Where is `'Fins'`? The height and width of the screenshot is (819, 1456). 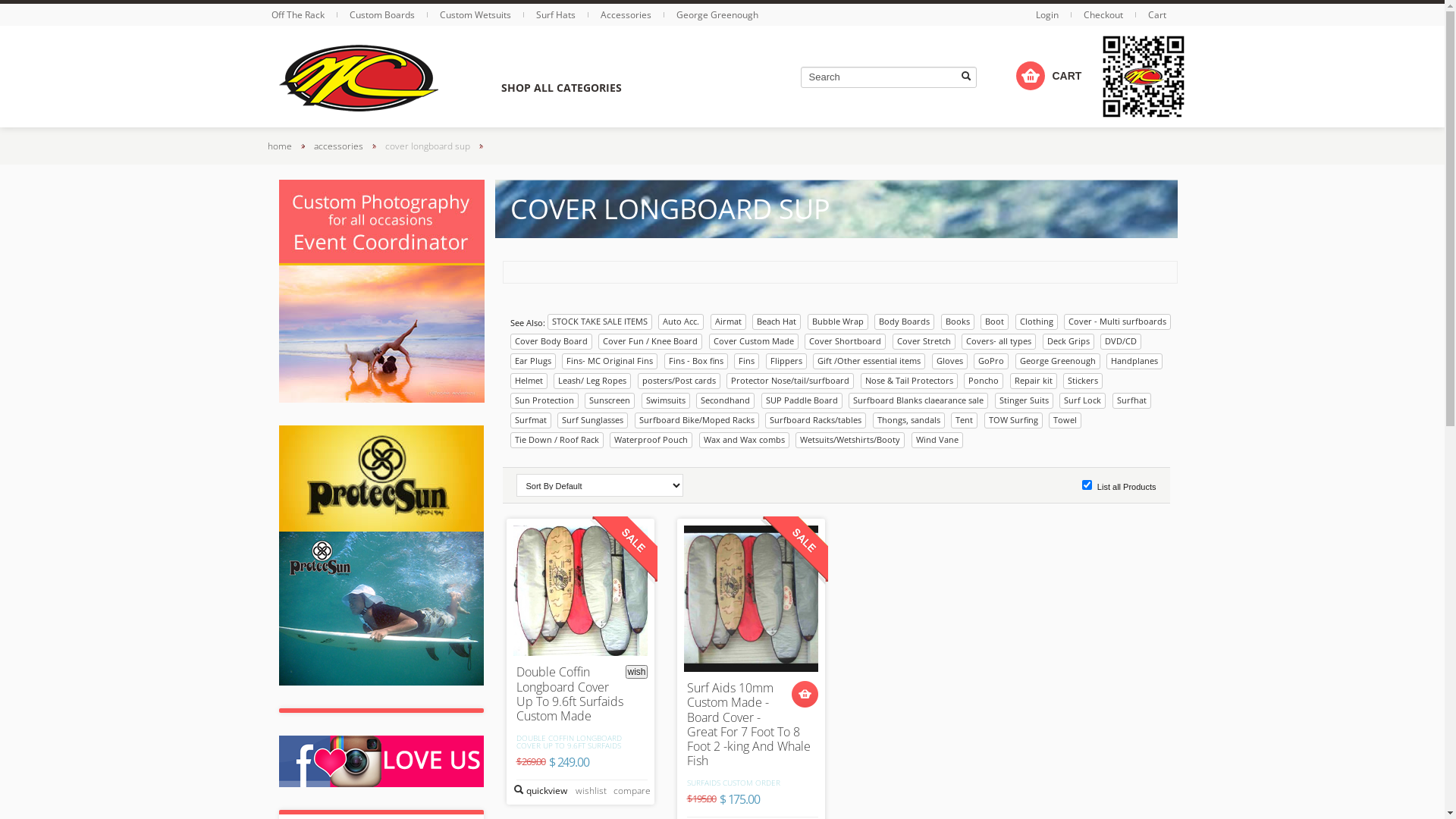 'Fins' is located at coordinates (746, 361).